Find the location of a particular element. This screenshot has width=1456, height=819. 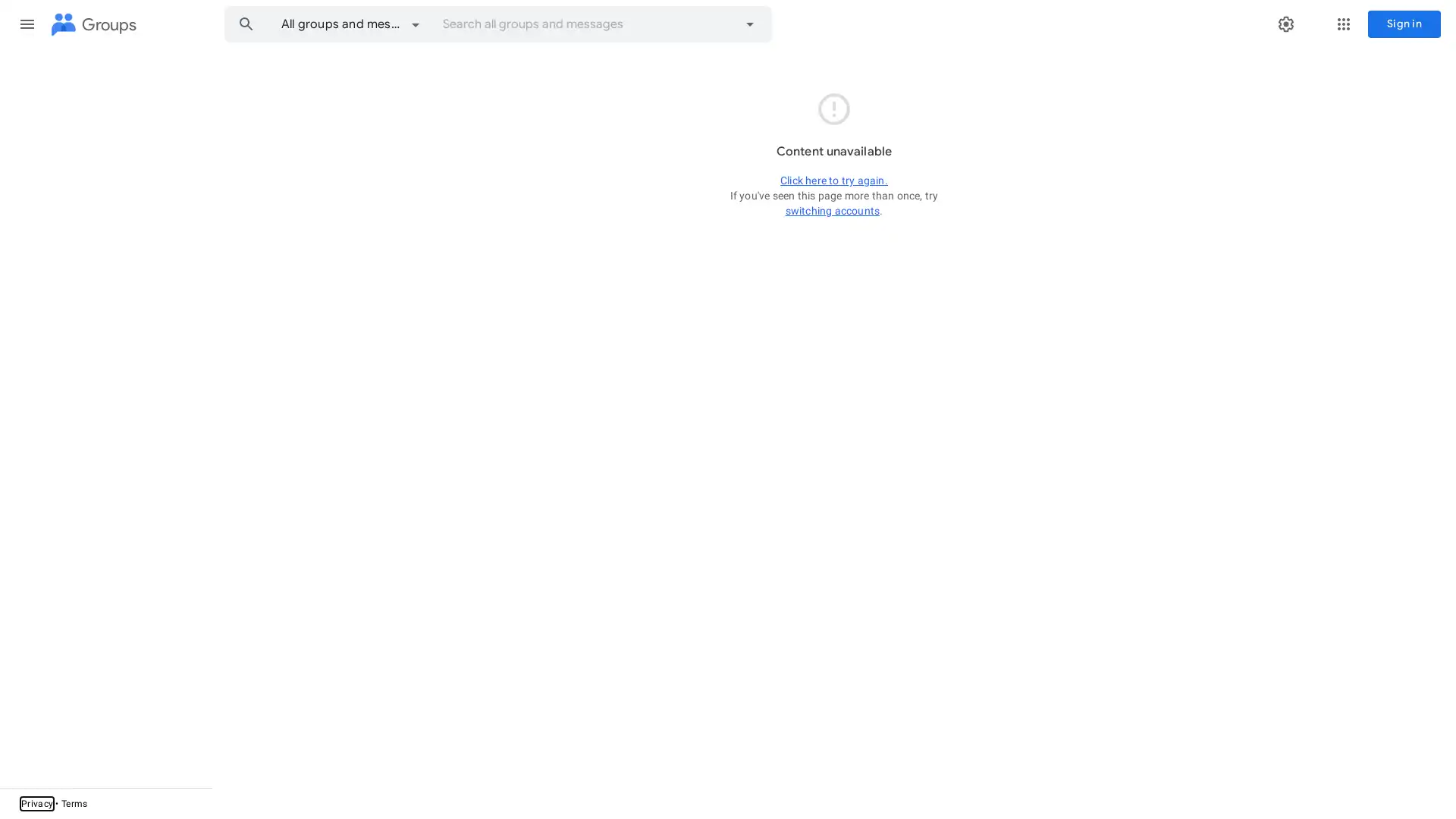

Google apps is located at coordinates (1343, 24).